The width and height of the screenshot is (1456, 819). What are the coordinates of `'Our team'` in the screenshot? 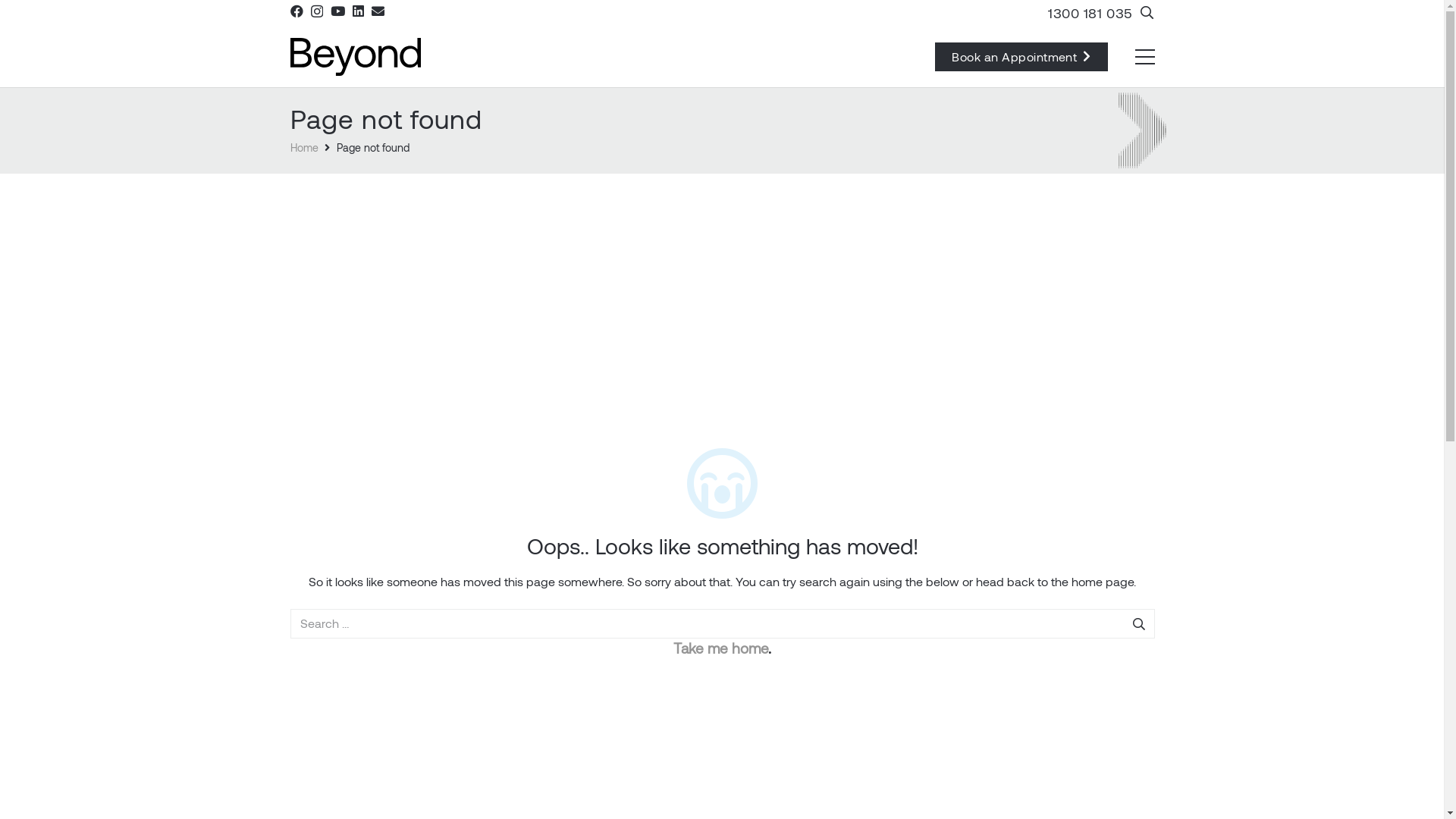 It's located at (312, 692).